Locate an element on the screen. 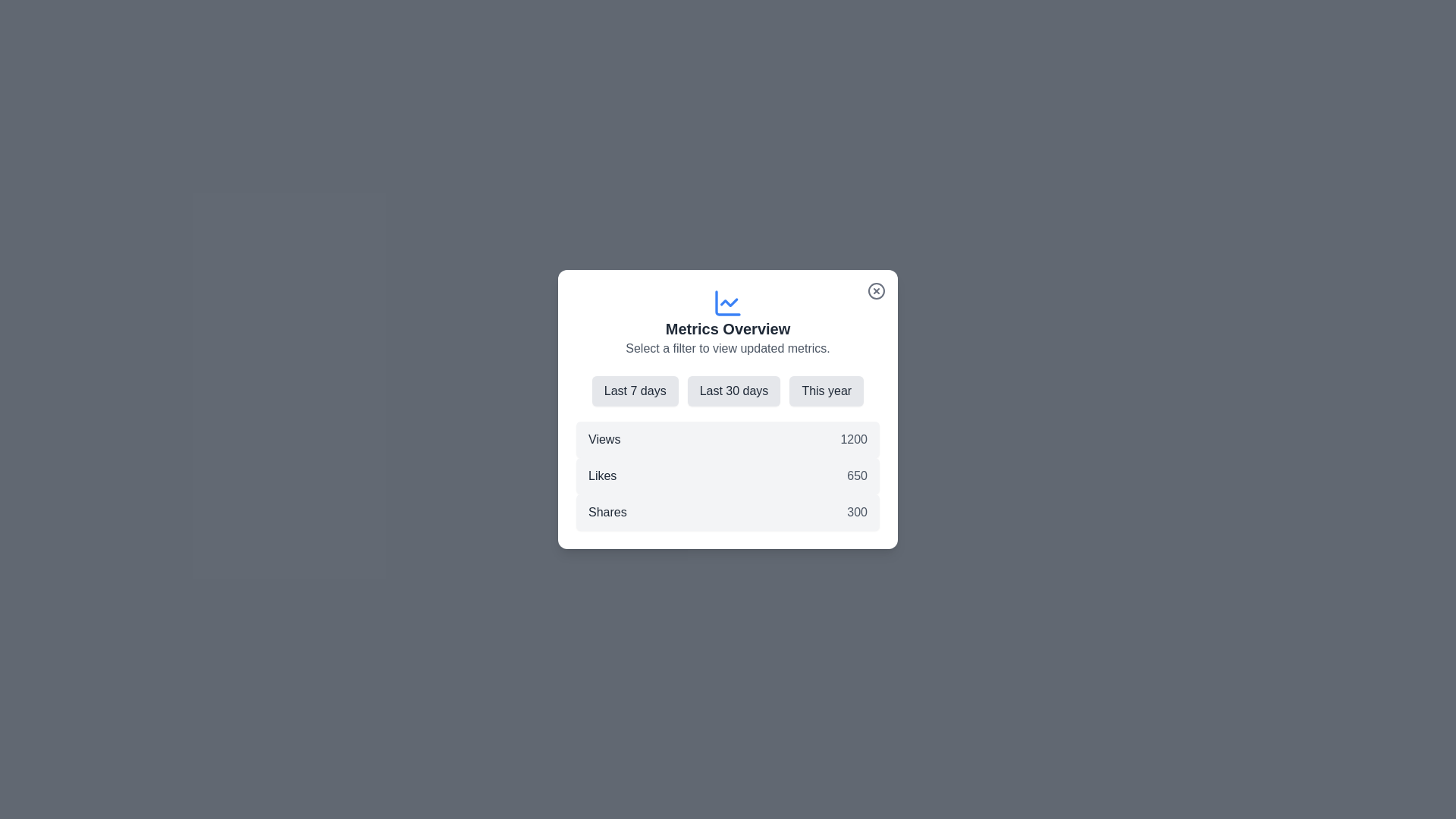 The height and width of the screenshot is (819, 1456). the filter Last 30 days by clicking on the corresponding button is located at coordinates (734, 391).